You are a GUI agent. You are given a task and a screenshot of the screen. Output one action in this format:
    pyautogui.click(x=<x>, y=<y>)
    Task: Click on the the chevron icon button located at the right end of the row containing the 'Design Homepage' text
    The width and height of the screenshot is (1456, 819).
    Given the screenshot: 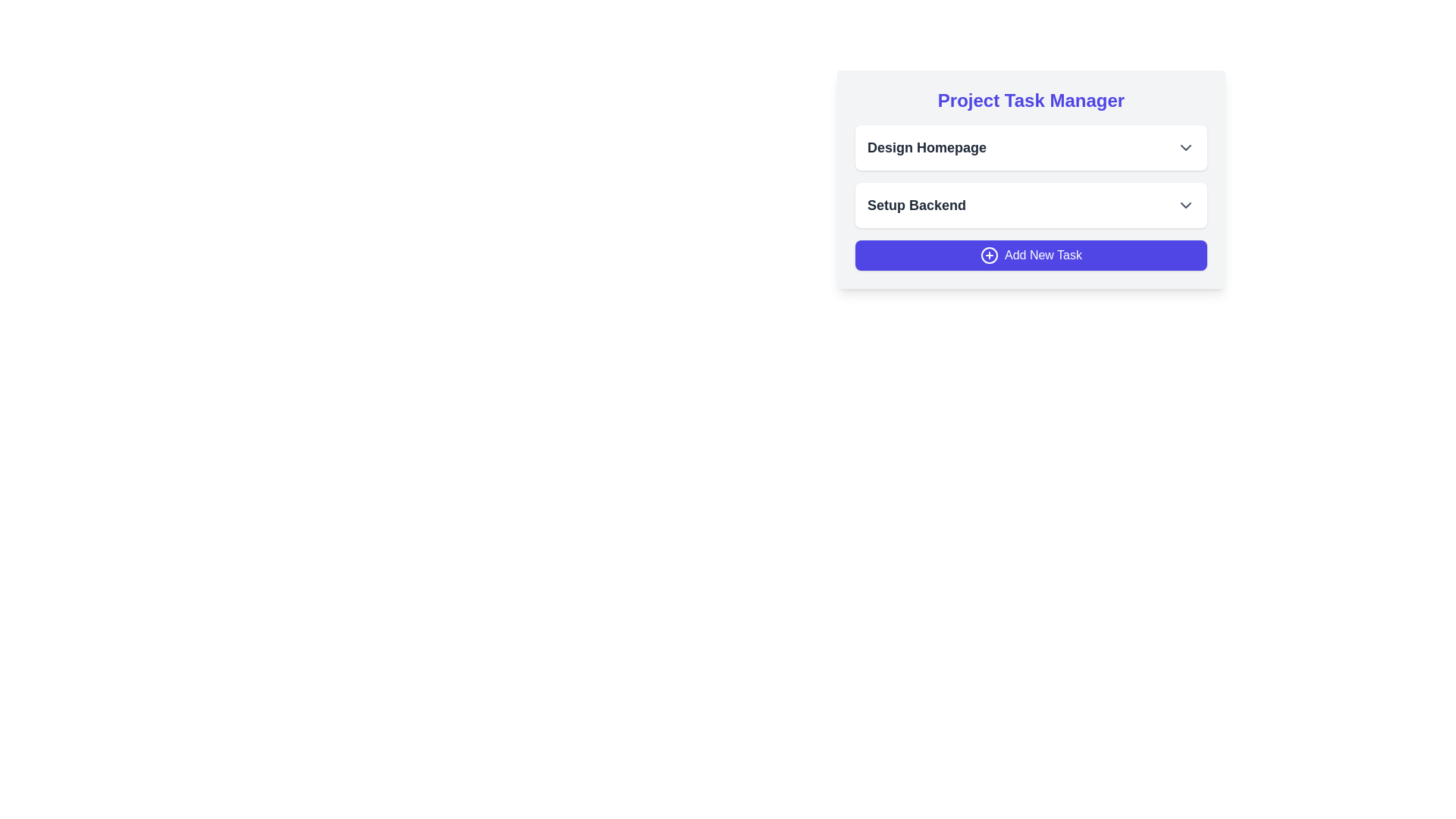 What is the action you would take?
    pyautogui.click(x=1185, y=148)
    